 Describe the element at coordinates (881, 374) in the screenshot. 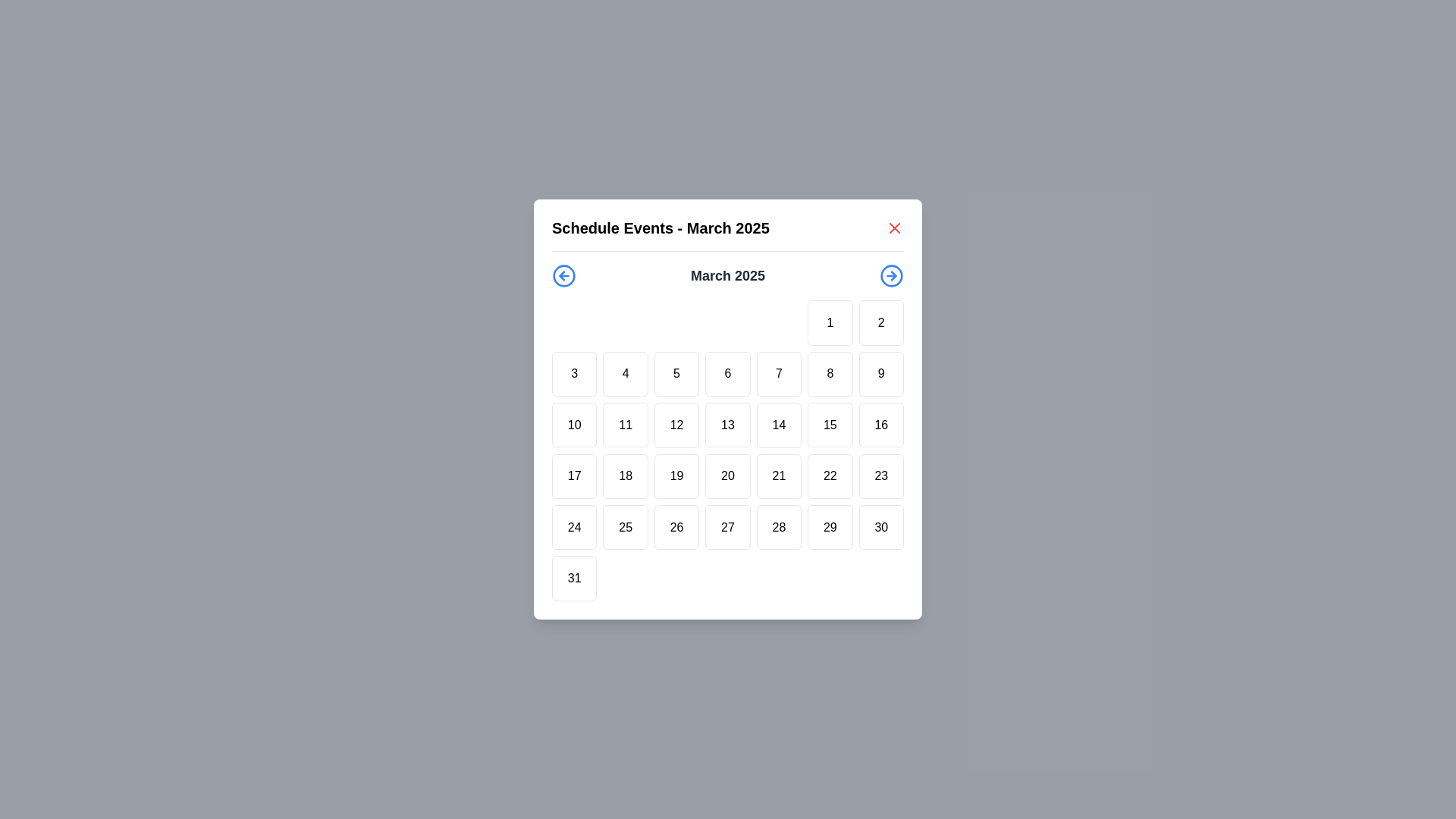

I see `the button representing day 9 in the calendar` at that location.